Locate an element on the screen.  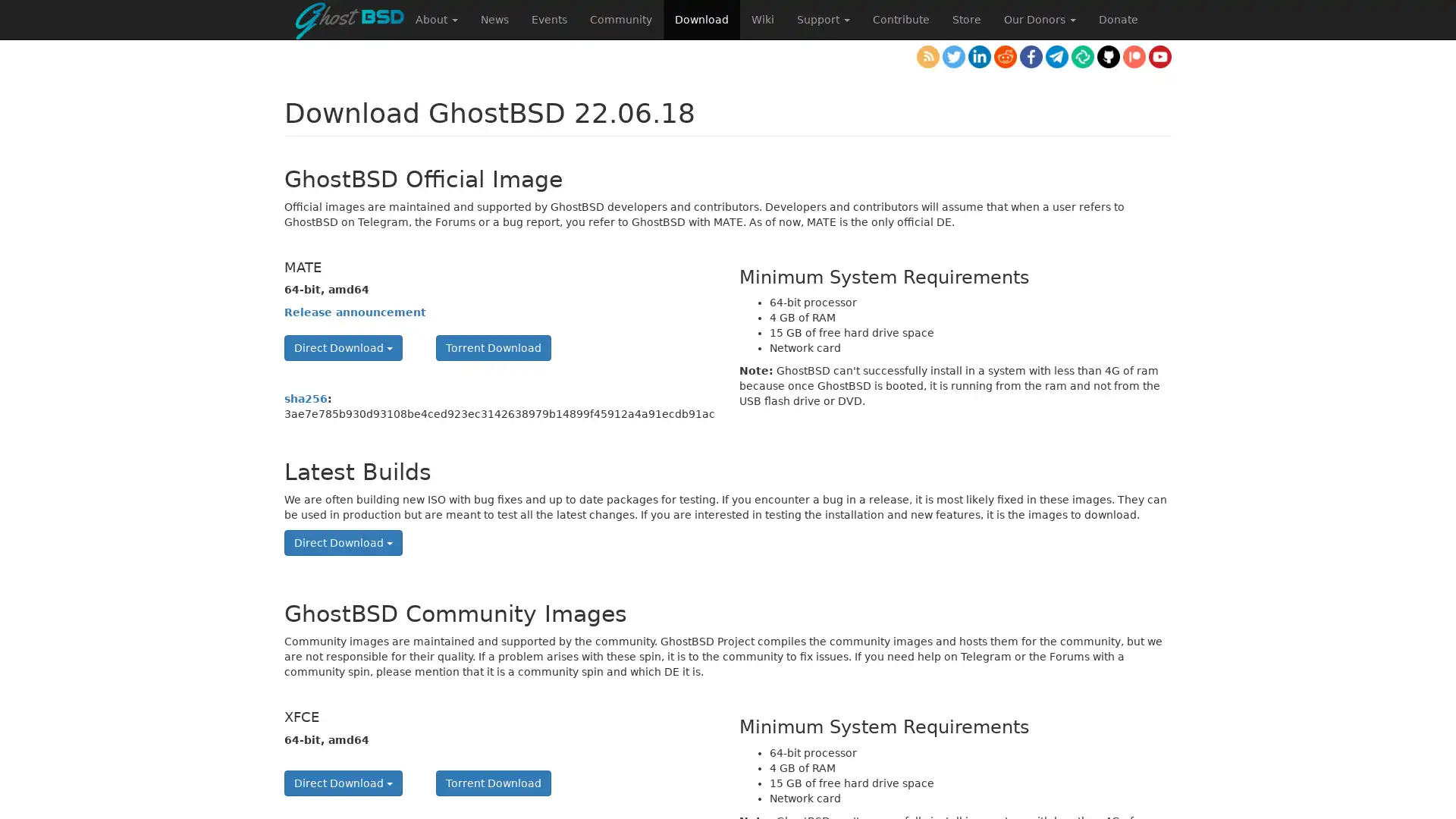
Direct Download is located at coordinates (342, 348).